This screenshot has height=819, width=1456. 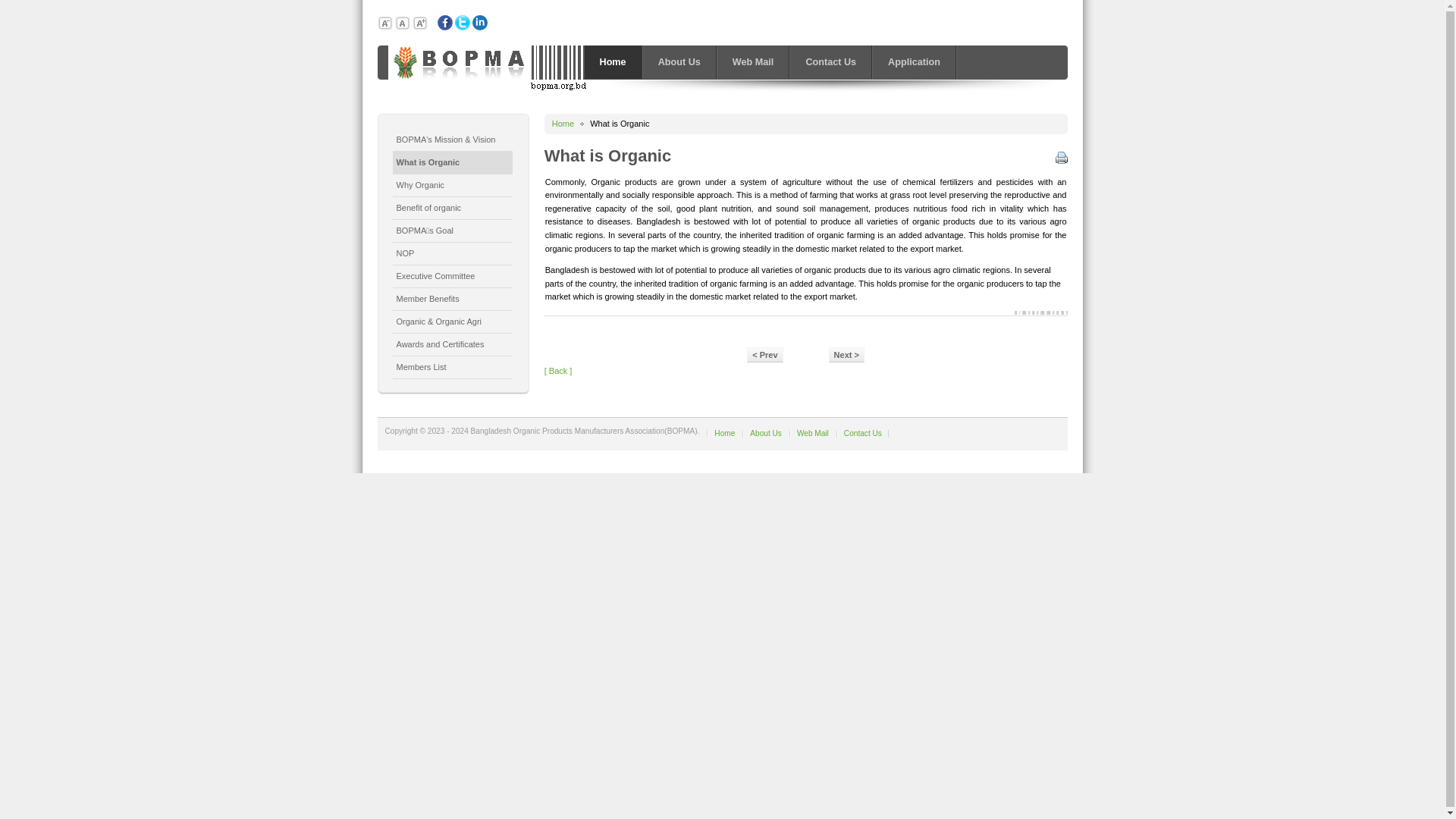 What do you see at coordinates (452, 299) in the screenshot?
I see `'Member Benefits'` at bounding box center [452, 299].